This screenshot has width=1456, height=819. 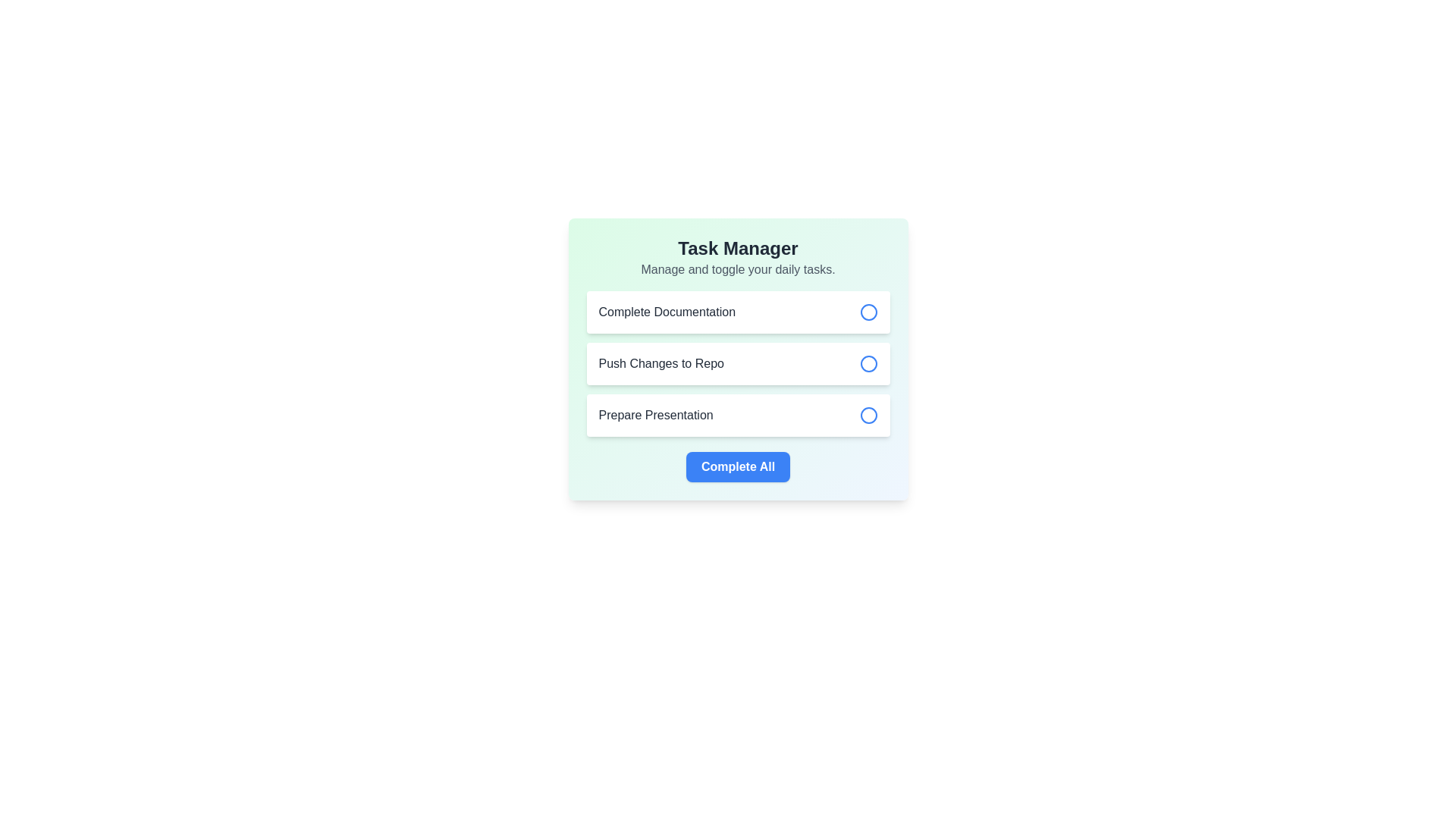 What do you see at coordinates (868, 363) in the screenshot?
I see `the circular radio button next to the 'Push Changes to Repo' list item` at bounding box center [868, 363].